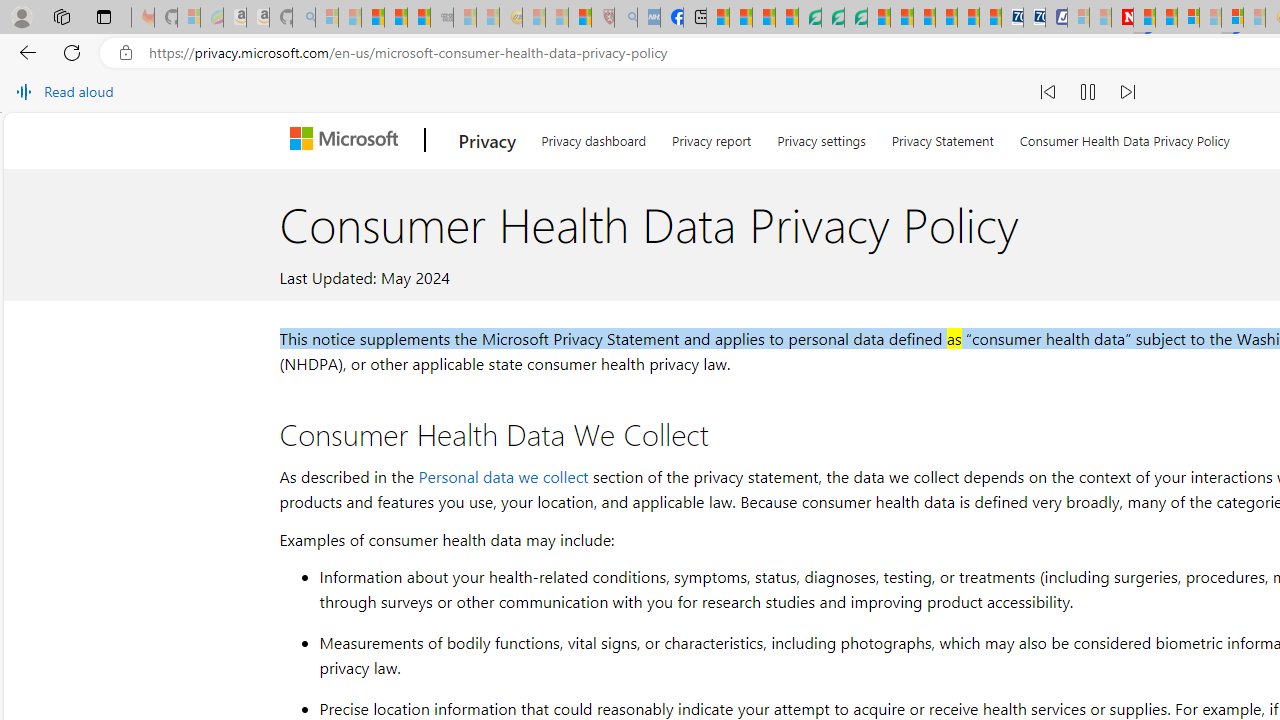 The width and height of the screenshot is (1280, 720). I want to click on 'Trusted Community Engagement and Contributions | Guidelines', so click(1144, 17).